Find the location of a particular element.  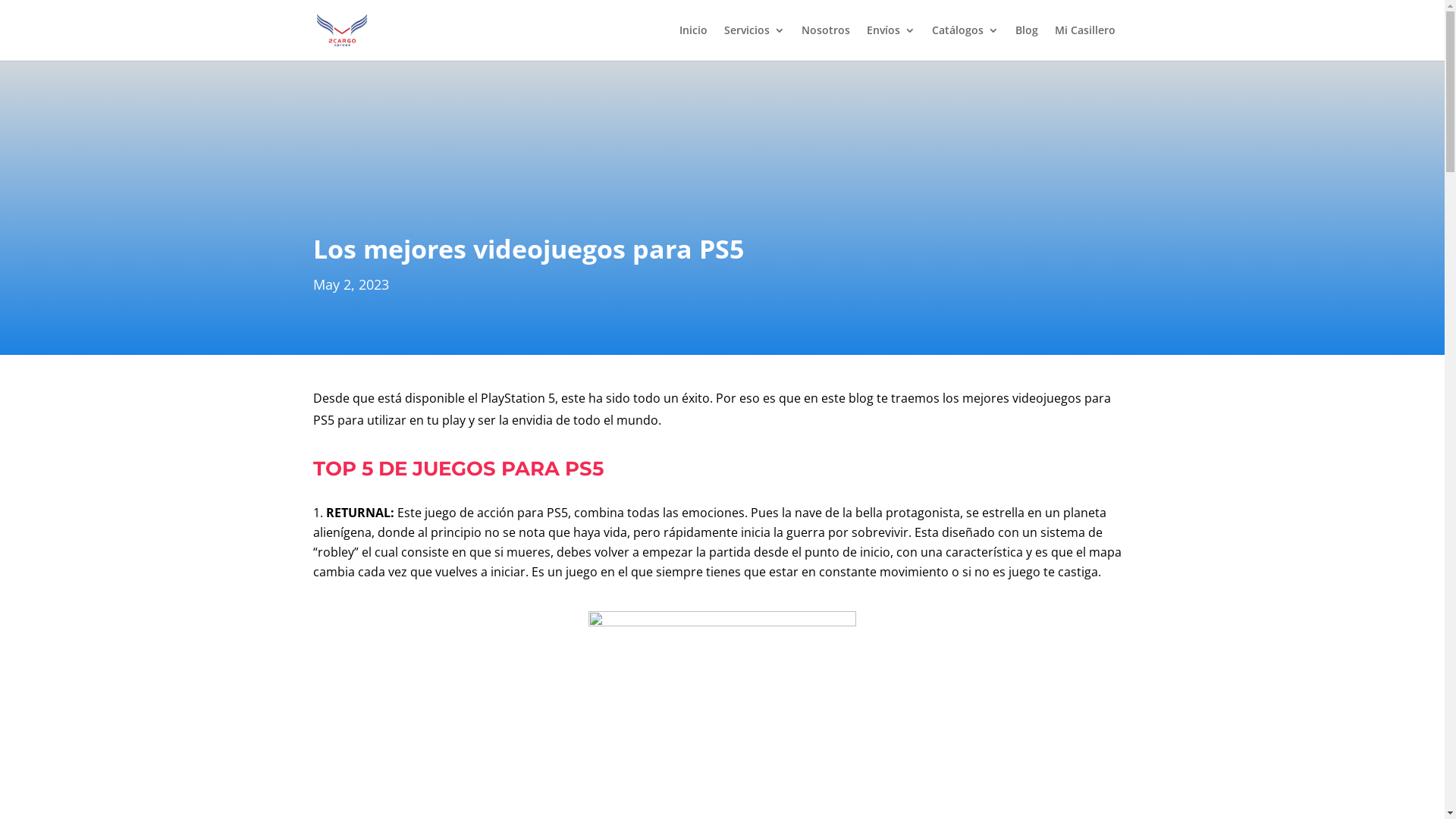

'Blog' is located at coordinates (1026, 42).